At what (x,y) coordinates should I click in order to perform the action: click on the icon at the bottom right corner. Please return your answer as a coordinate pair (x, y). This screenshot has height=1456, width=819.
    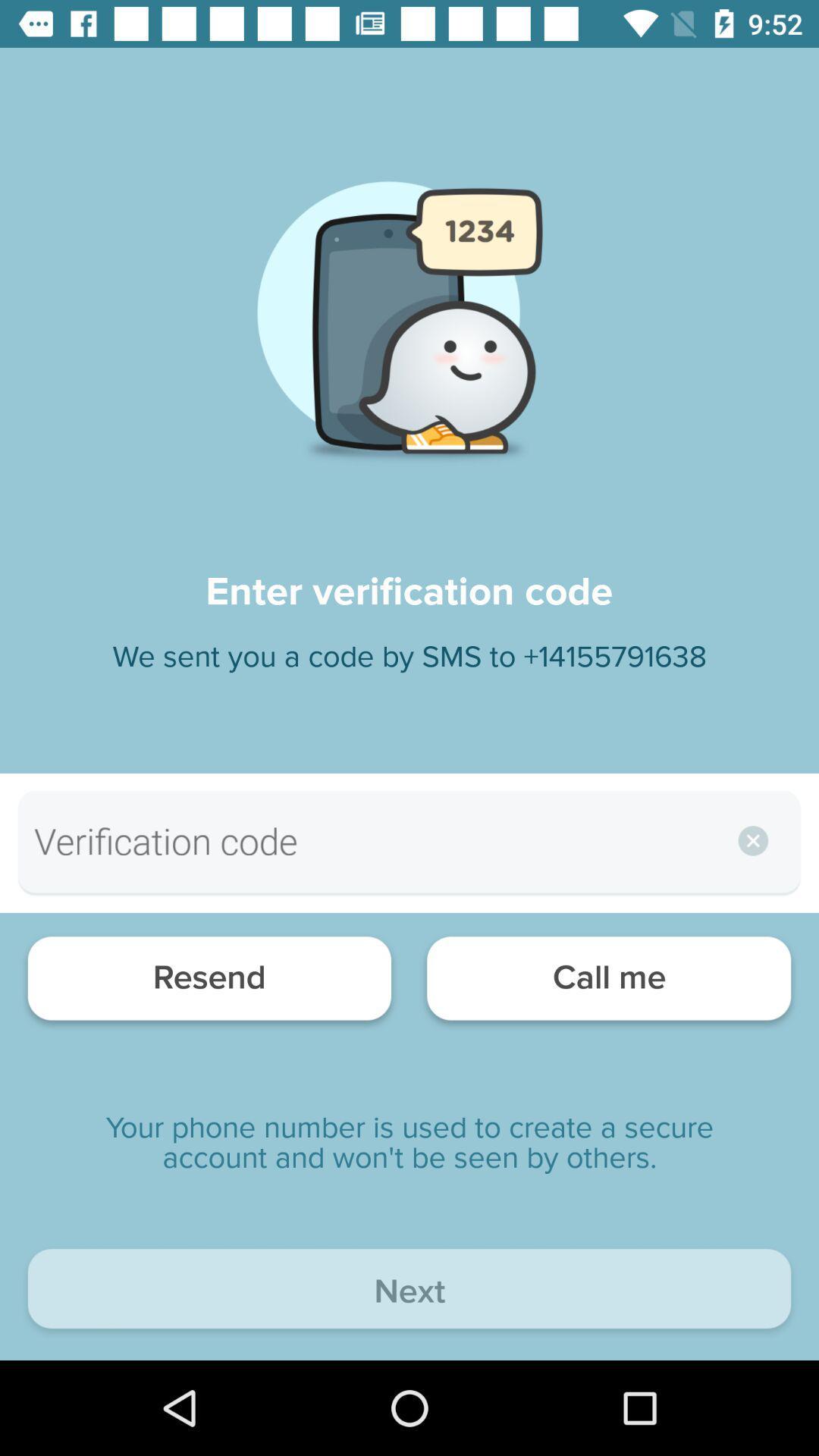
    Looking at the image, I should click on (608, 982).